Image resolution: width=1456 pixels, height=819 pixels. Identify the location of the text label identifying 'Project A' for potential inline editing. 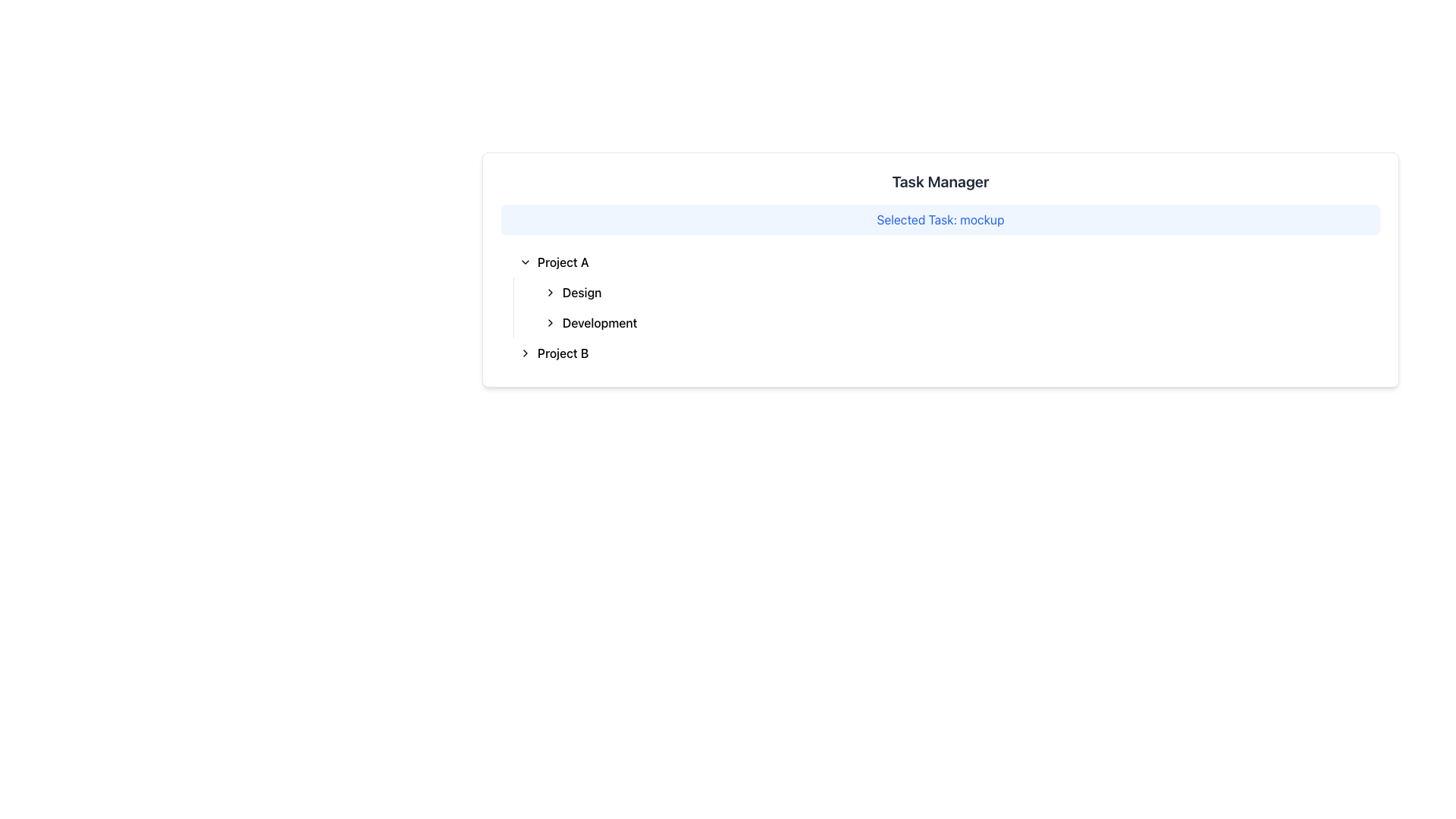
(562, 262).